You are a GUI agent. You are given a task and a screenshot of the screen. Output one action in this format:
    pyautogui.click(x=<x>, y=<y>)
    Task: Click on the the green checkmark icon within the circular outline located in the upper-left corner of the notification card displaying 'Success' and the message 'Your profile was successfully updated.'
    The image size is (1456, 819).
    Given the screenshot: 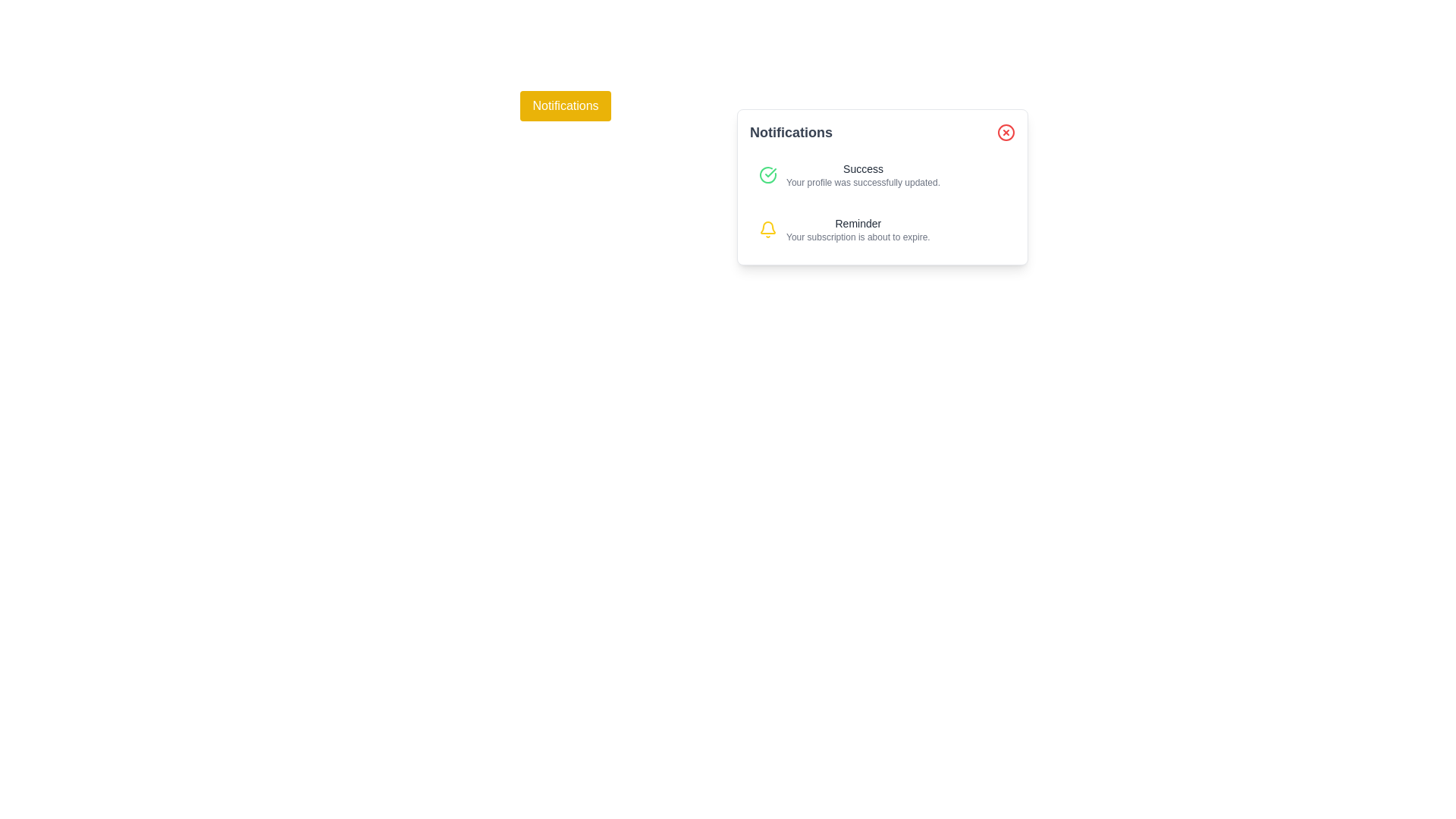 What is the action you would take?
    pyautogui.click(x=767, y=174)
    